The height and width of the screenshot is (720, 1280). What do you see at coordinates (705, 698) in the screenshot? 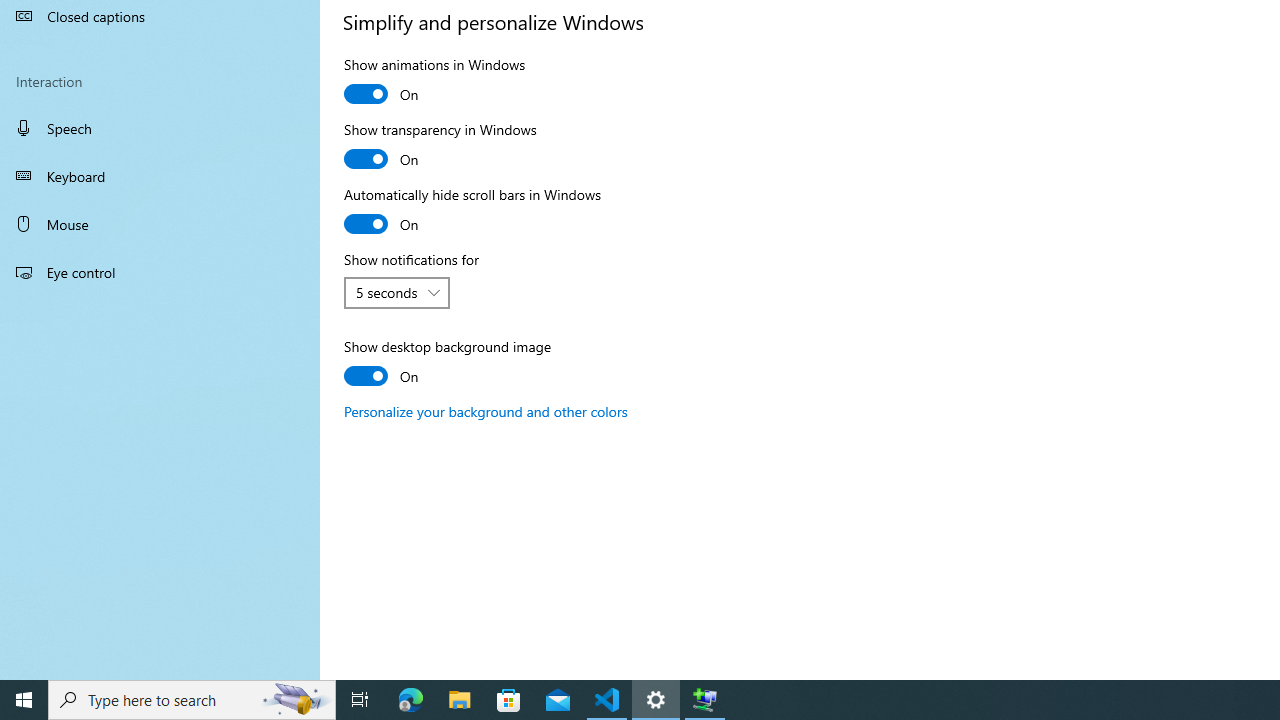
I see `'Extensible Wizards Host Process - 1 running window'` at bounding box center [705, 698].